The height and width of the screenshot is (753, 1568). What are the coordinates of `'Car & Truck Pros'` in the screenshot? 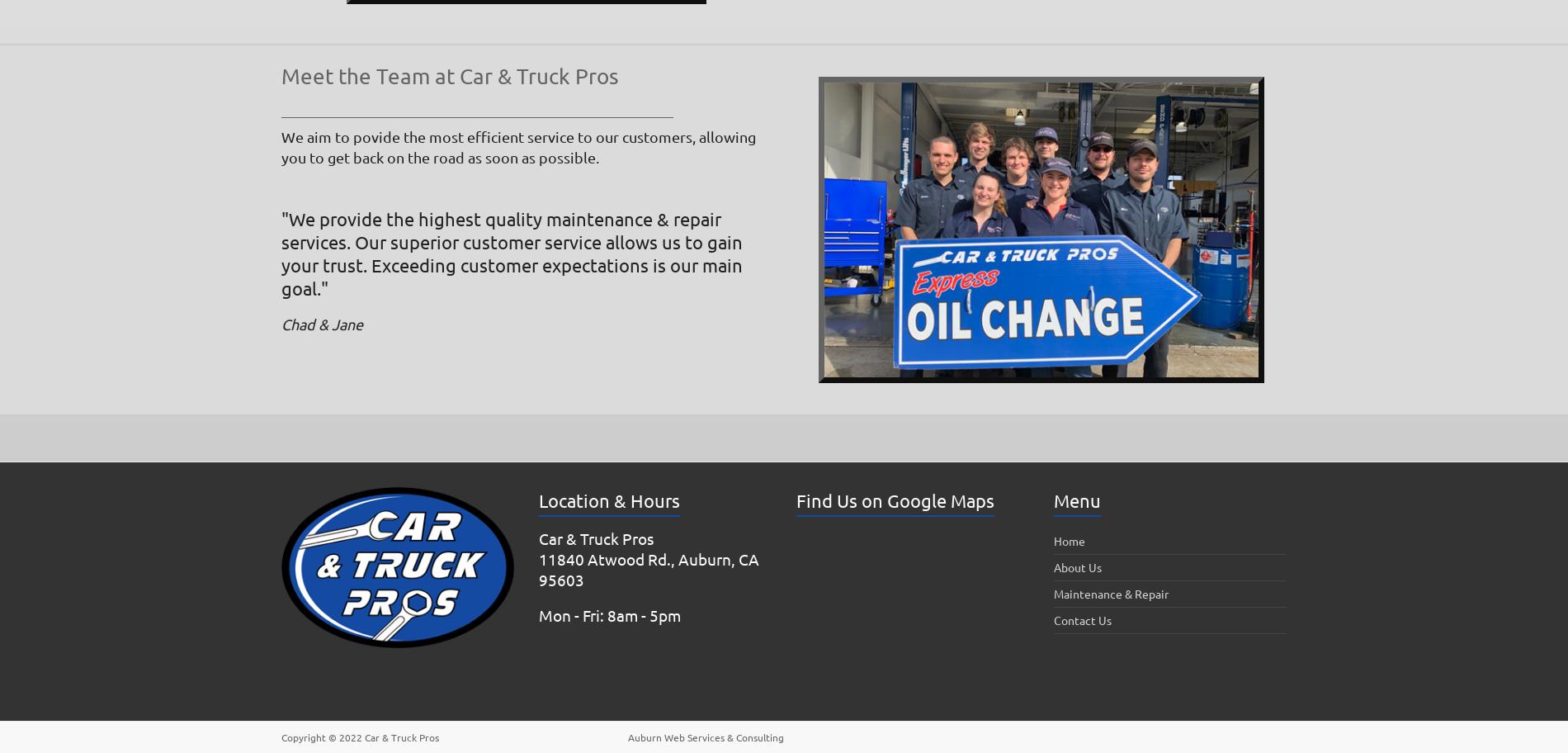 It's located at (539, 537).